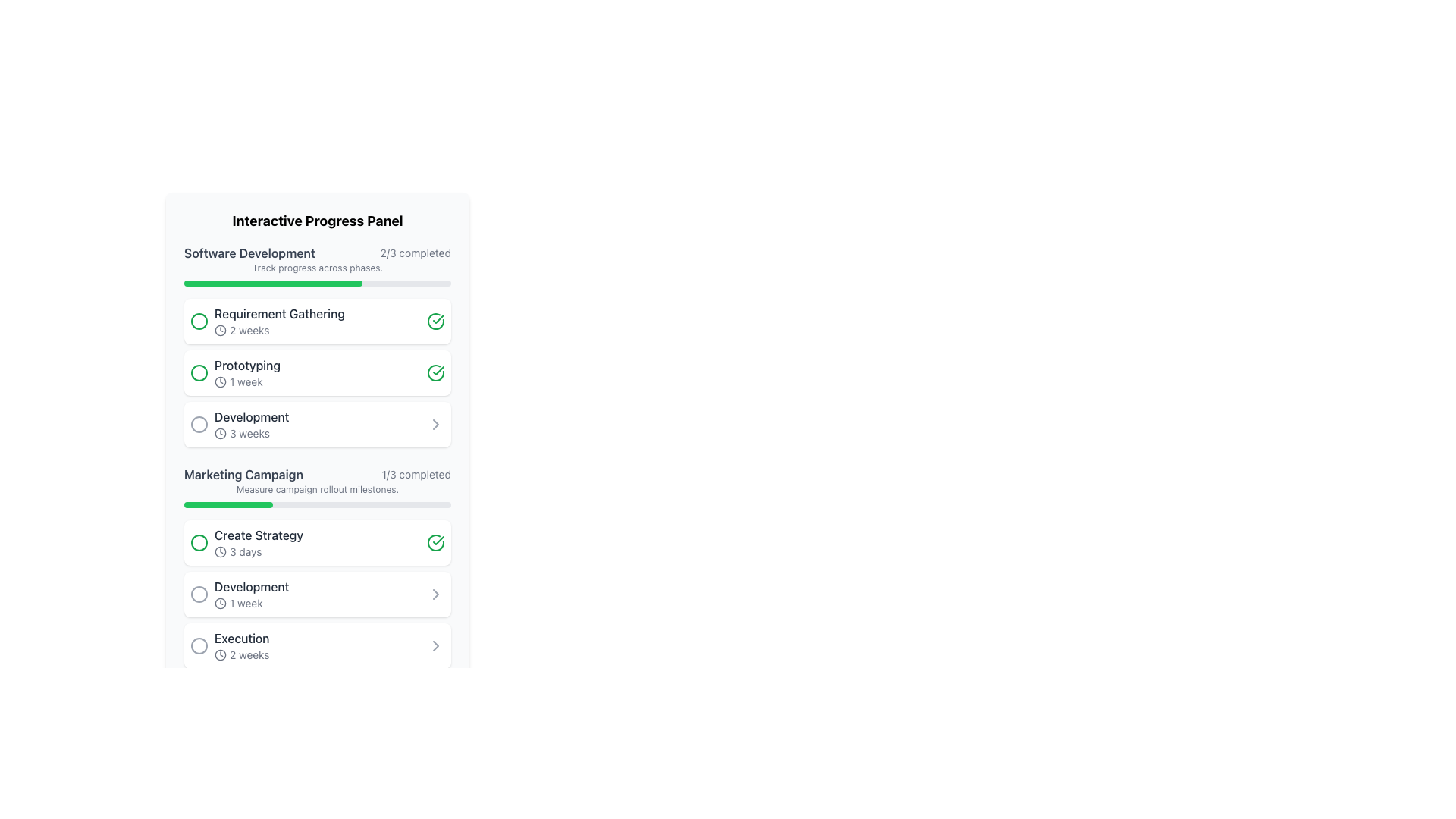  I want to click on the decorative arc element in the SVG graphic that represents a completed task, symbolized by the green check-circle icon, located in the 'Prototyping' entry of the 'Software Development' section, so click(435, 373).